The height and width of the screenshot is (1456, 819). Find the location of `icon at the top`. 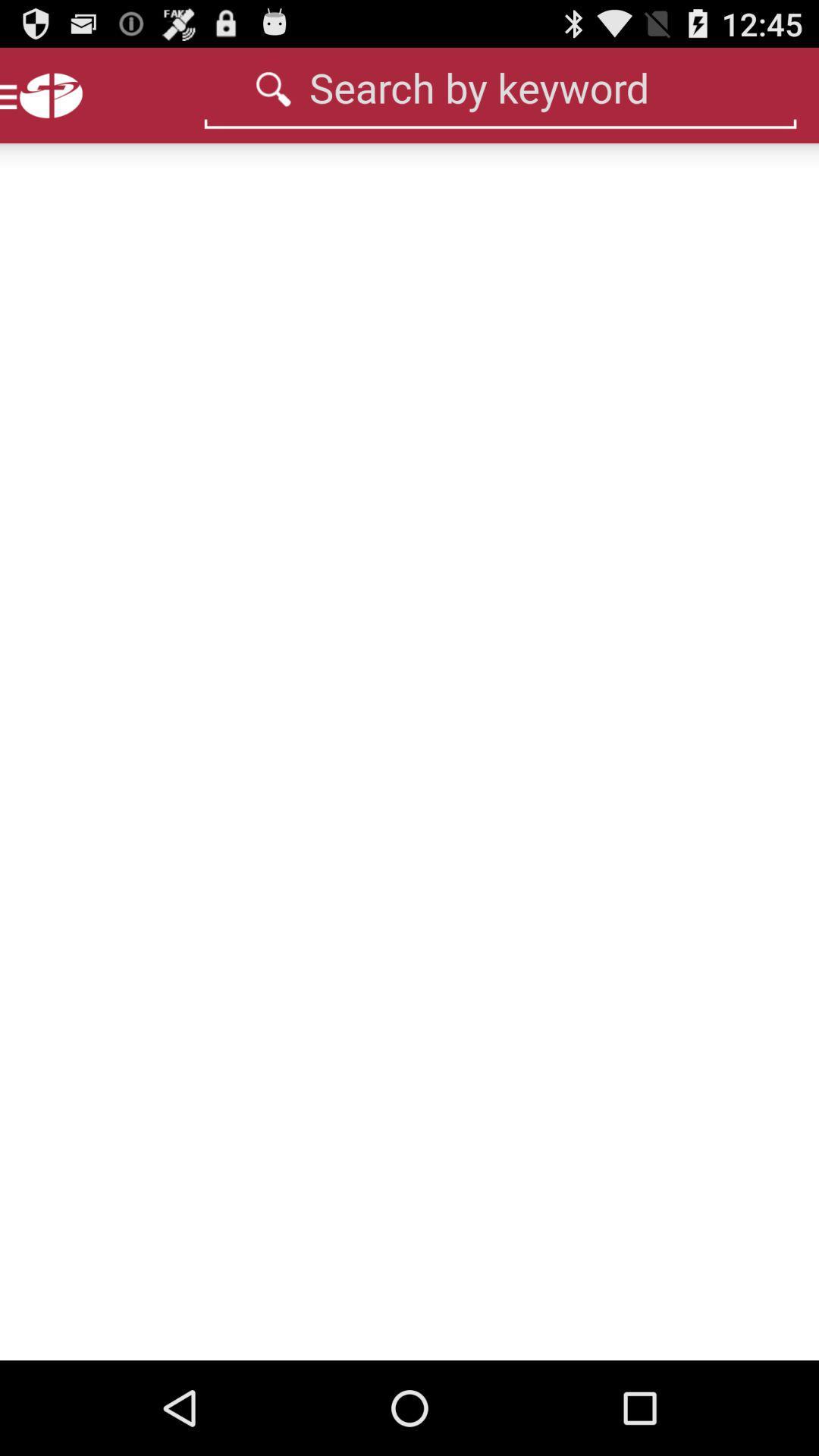

icon at the top is located at coordinates (500, 86).